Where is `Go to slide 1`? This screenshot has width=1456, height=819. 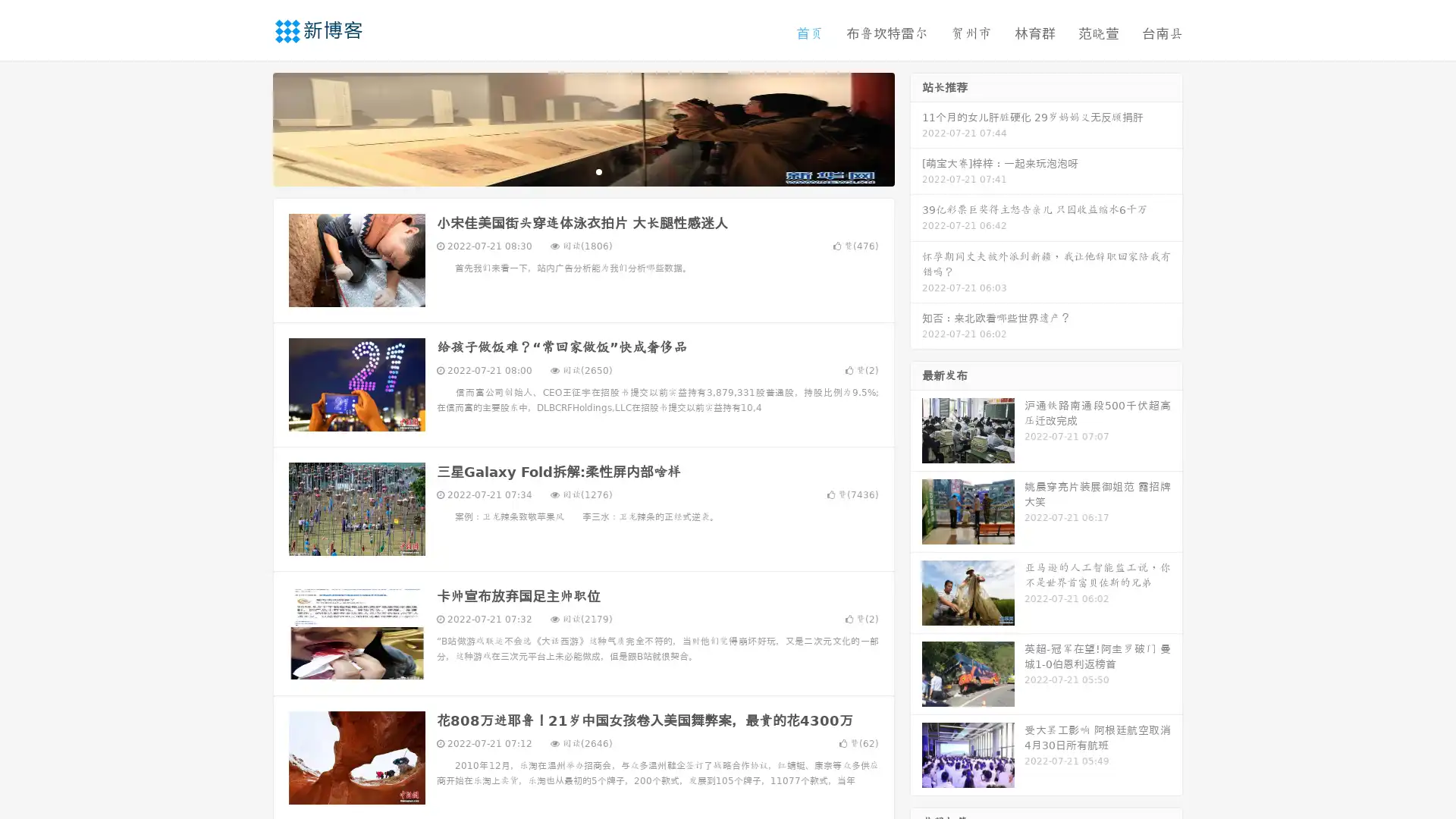
Go to slide 1 is located at coordinates (567, 171).